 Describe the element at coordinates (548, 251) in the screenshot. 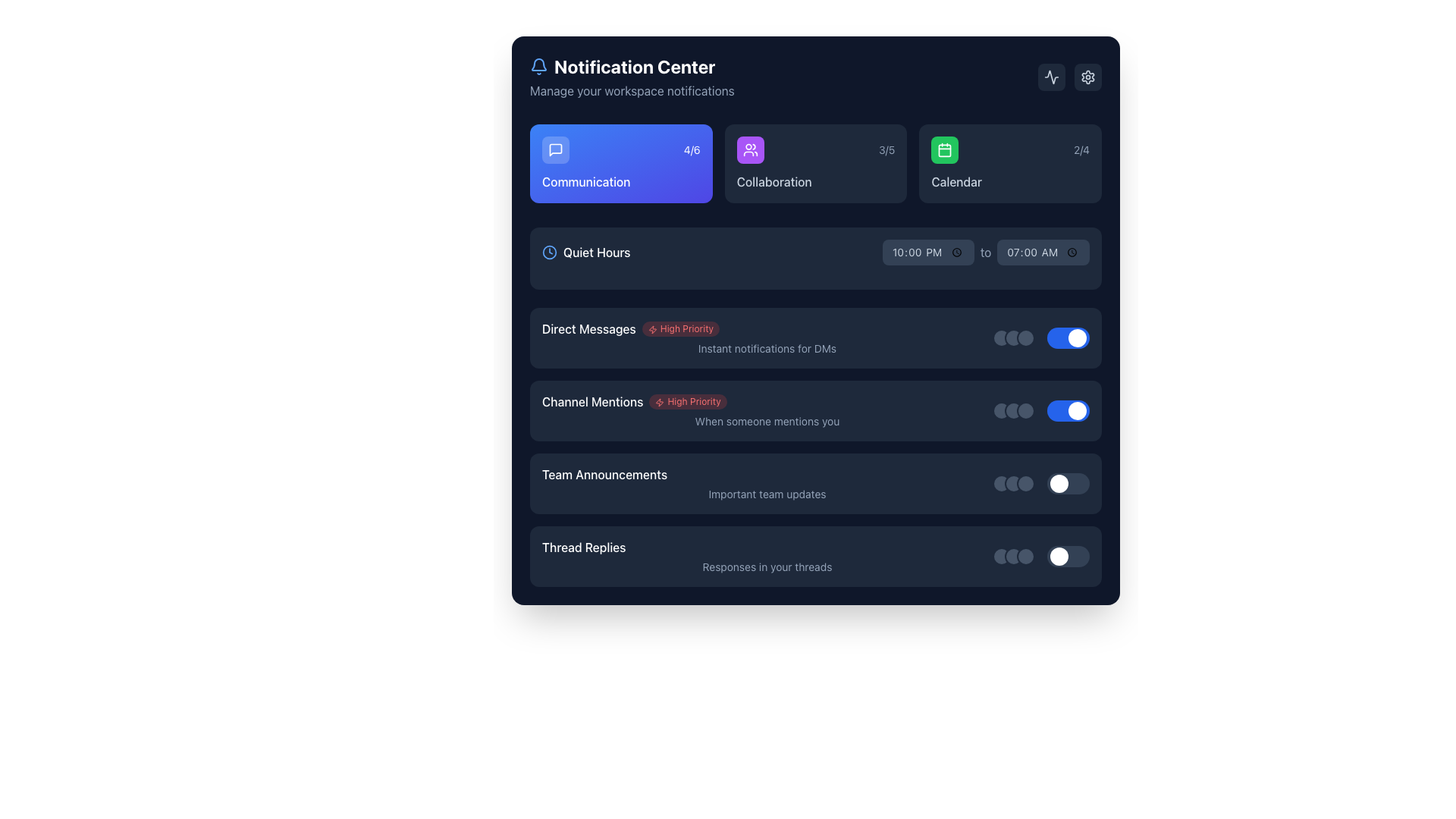

I see `the clock icon, which is styled with a blue tone and located to the left of the 'Quiet Hours' label` at that location.